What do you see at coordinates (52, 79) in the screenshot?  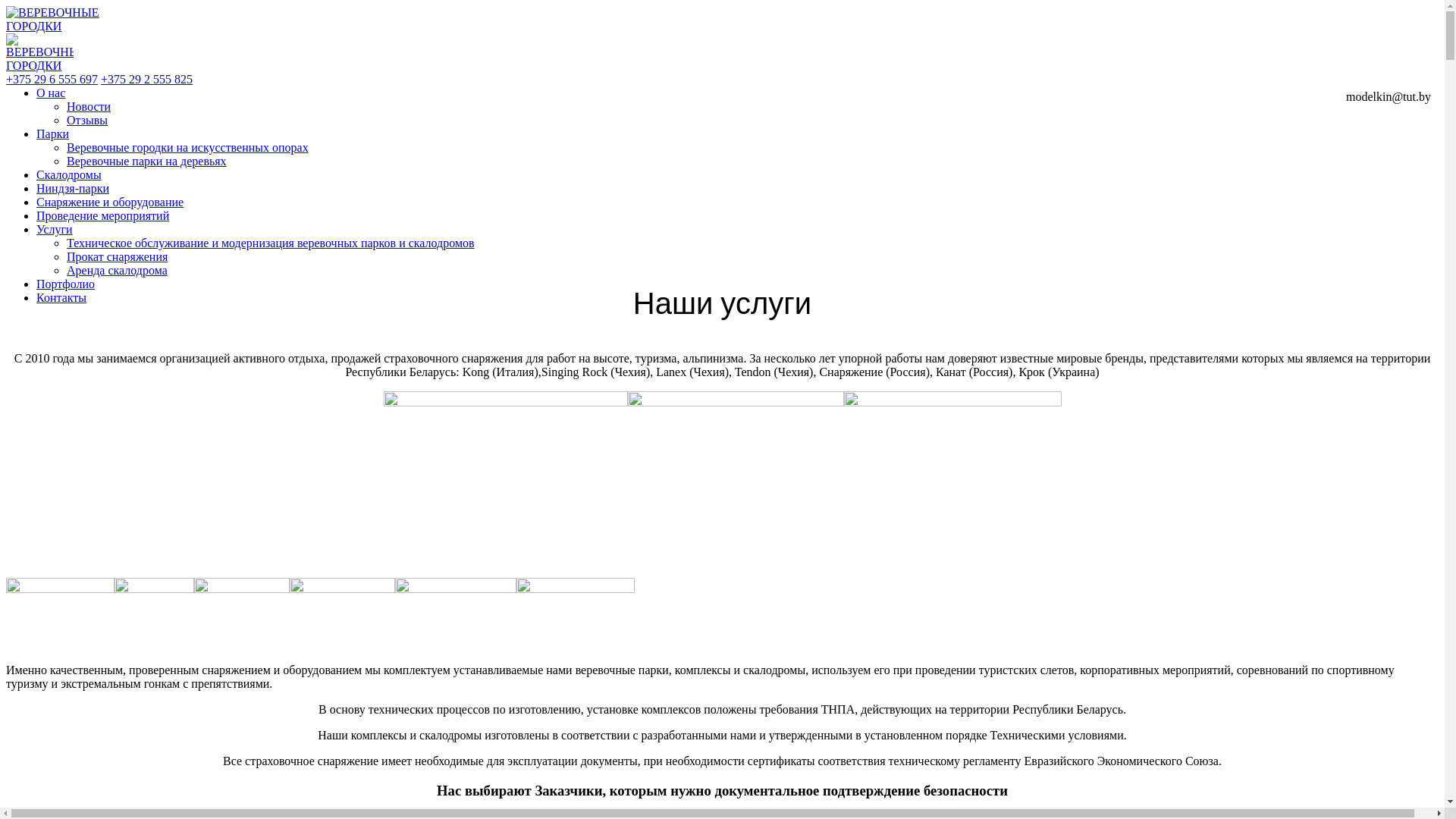 I see `'+375 29 6 555 697'` at bounding box center [52, 79].